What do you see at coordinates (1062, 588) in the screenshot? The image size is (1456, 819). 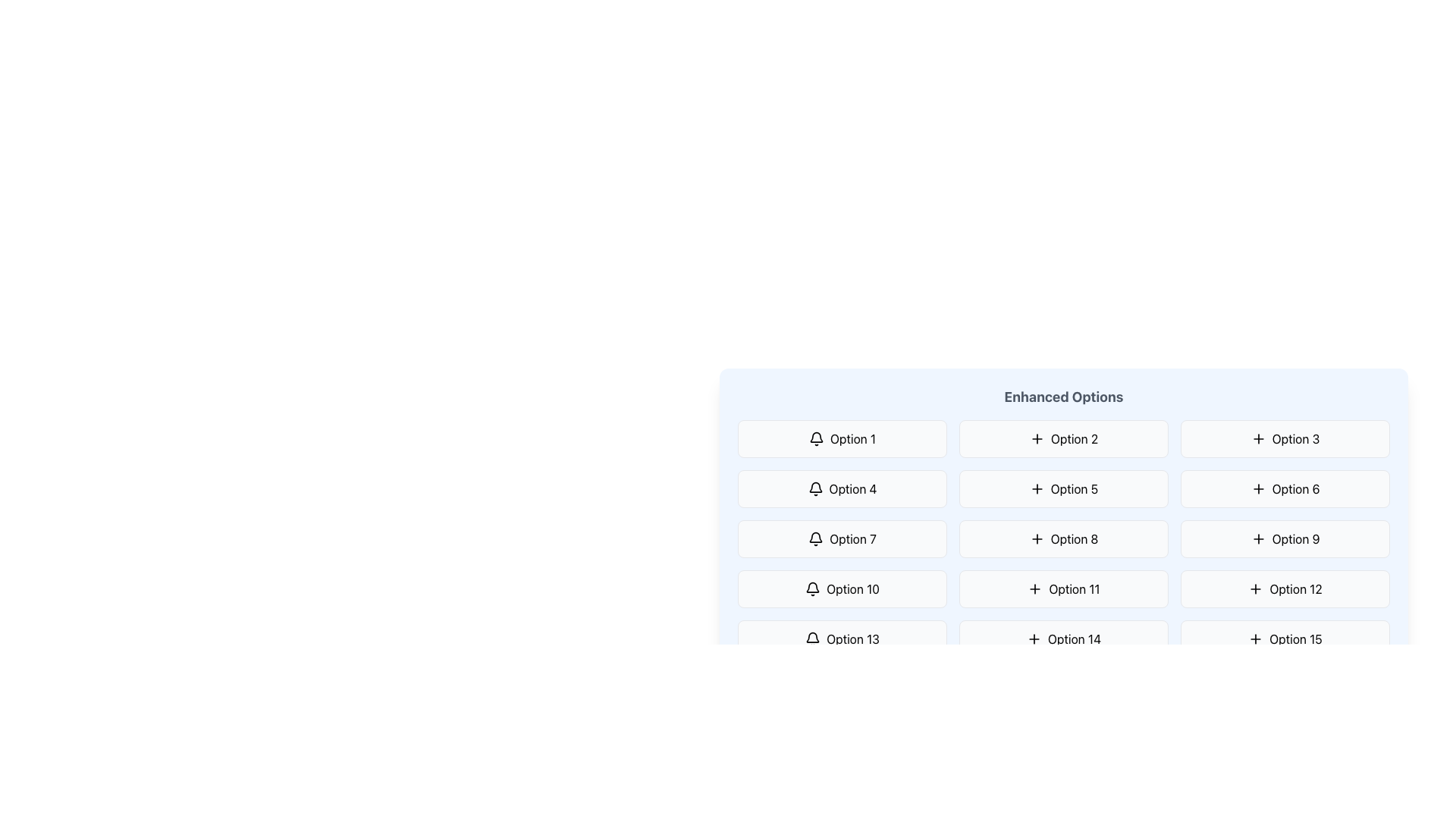 I see `the button labeled 'Option 11' in the central column of the fourth row in the 'Enhanced Options' grid` at bounding box center [1062, 588].